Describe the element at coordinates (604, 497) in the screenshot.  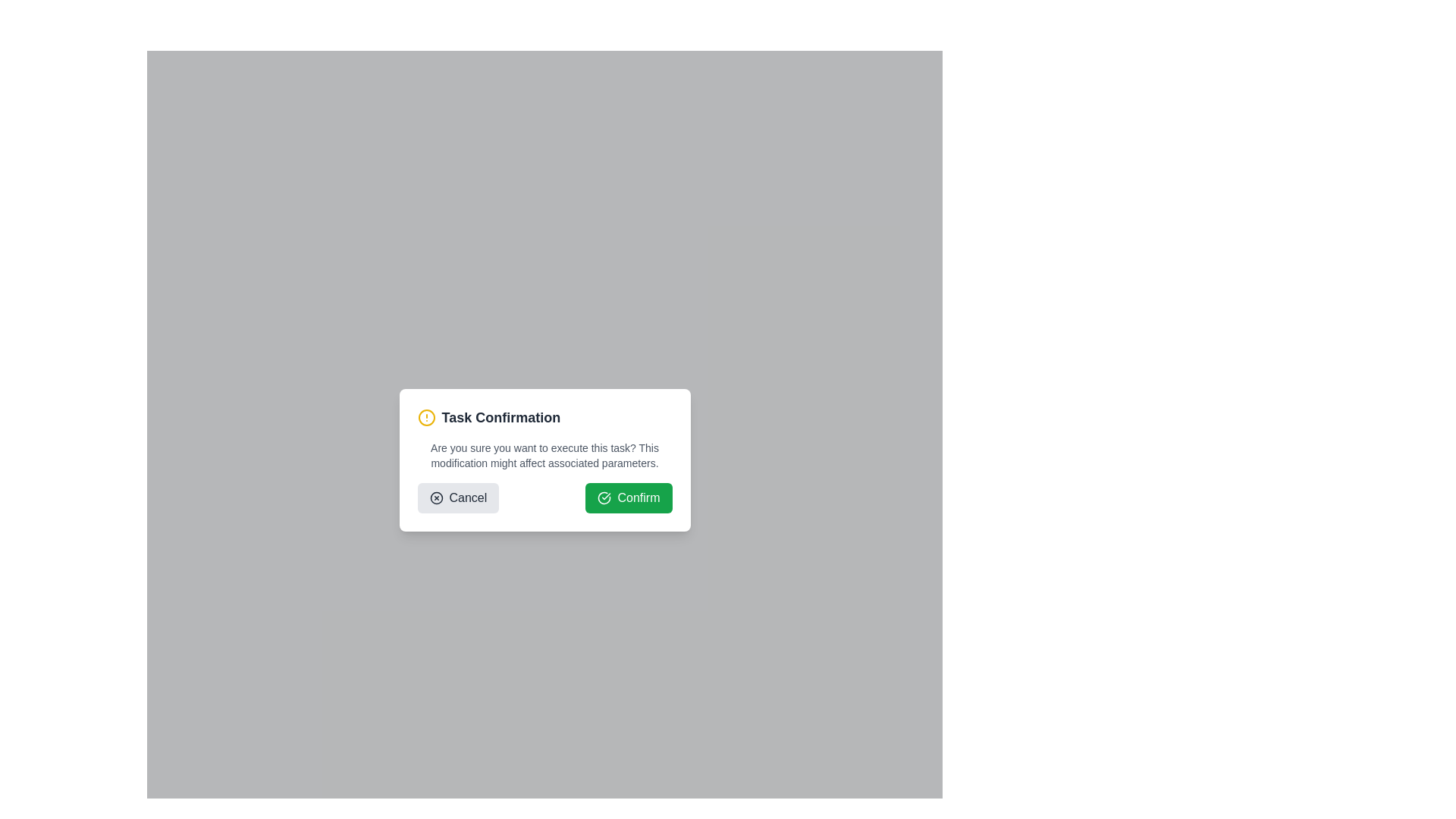
I see `the circular icon element located at the left side of the title area of the confirmation dialog box` at that location.